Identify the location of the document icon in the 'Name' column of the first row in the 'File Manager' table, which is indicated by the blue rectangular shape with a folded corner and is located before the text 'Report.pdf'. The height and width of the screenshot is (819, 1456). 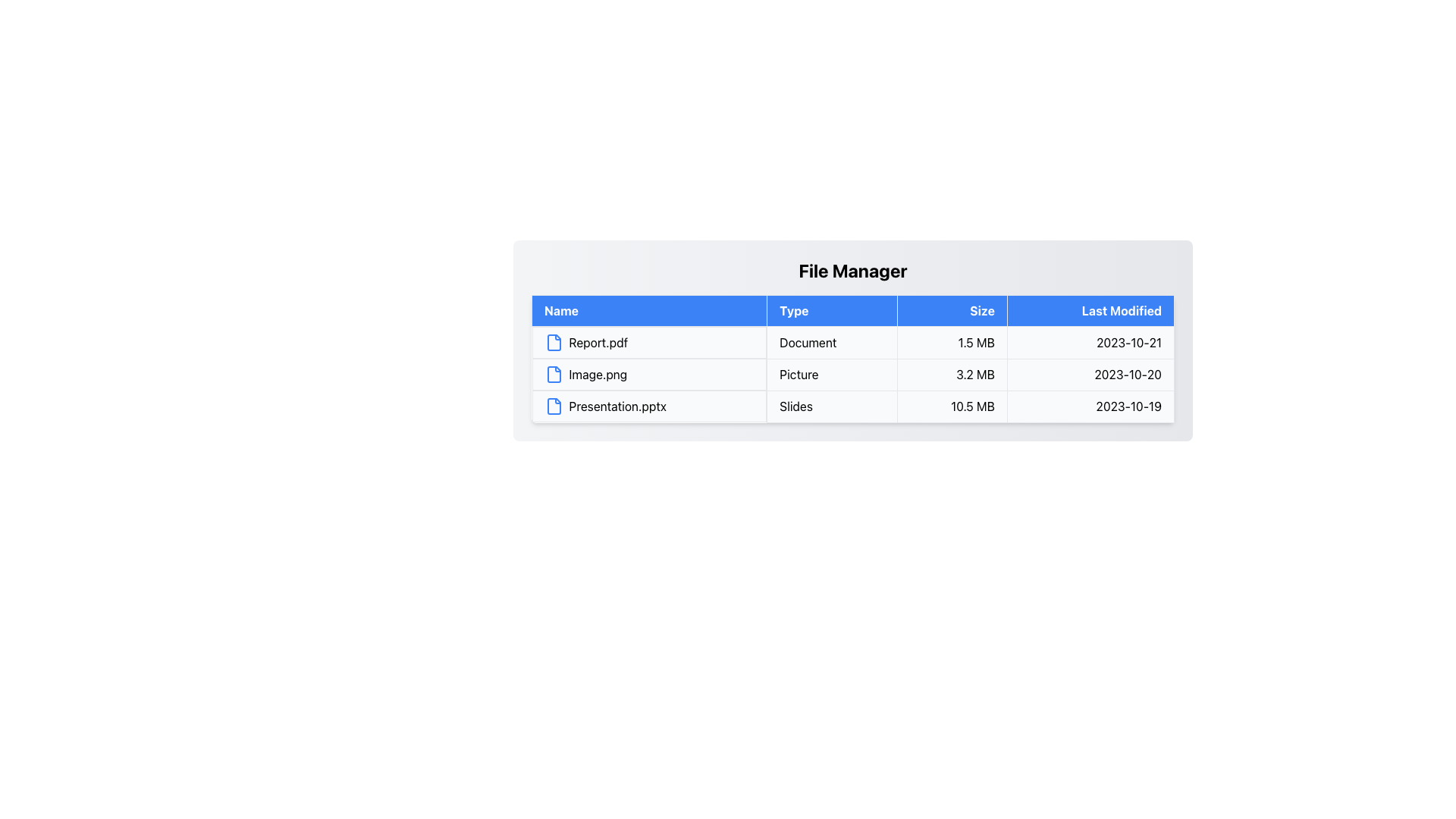
(553, 342).